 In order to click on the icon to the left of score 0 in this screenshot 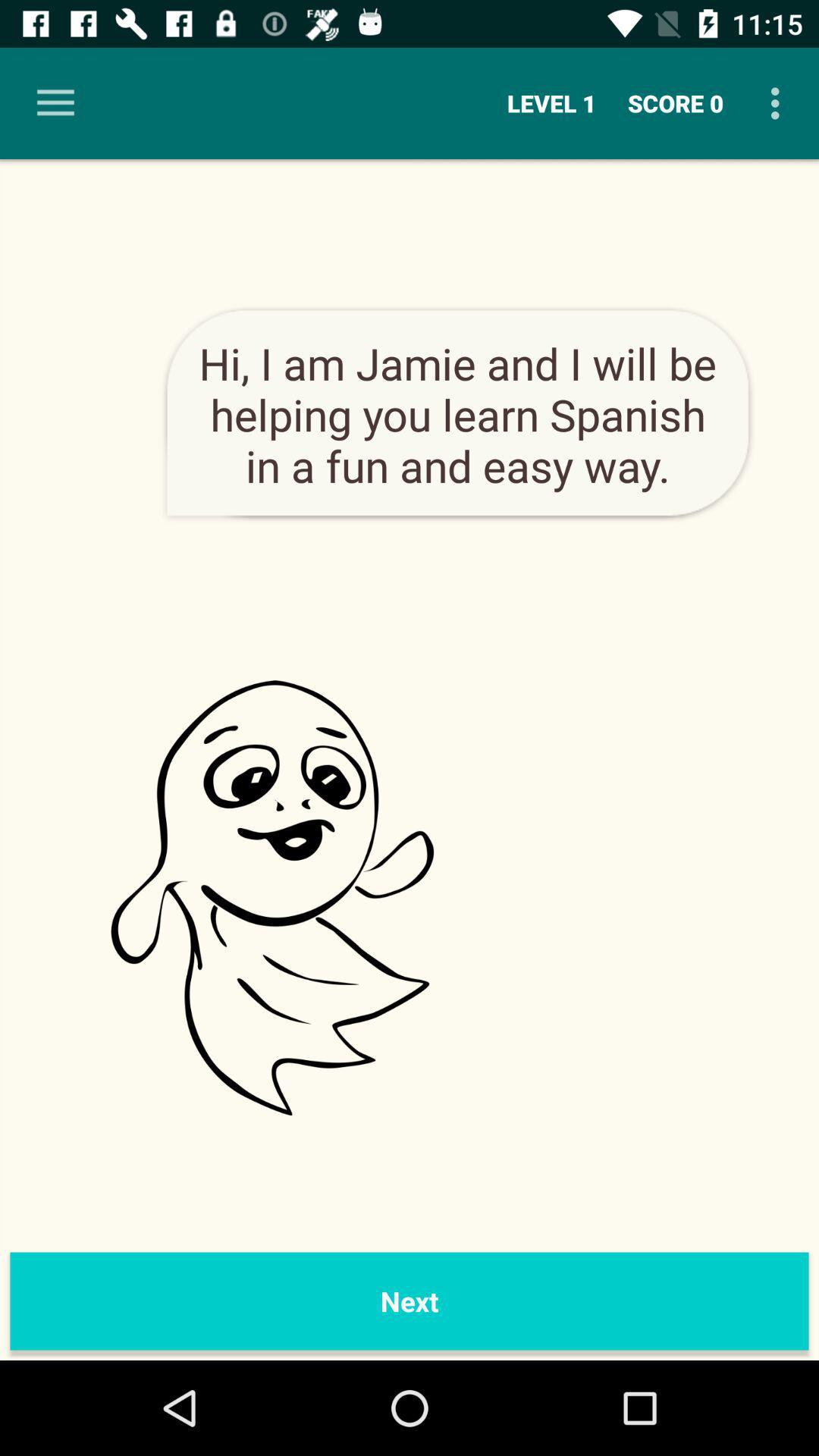, I will do `click(551, 102)`.